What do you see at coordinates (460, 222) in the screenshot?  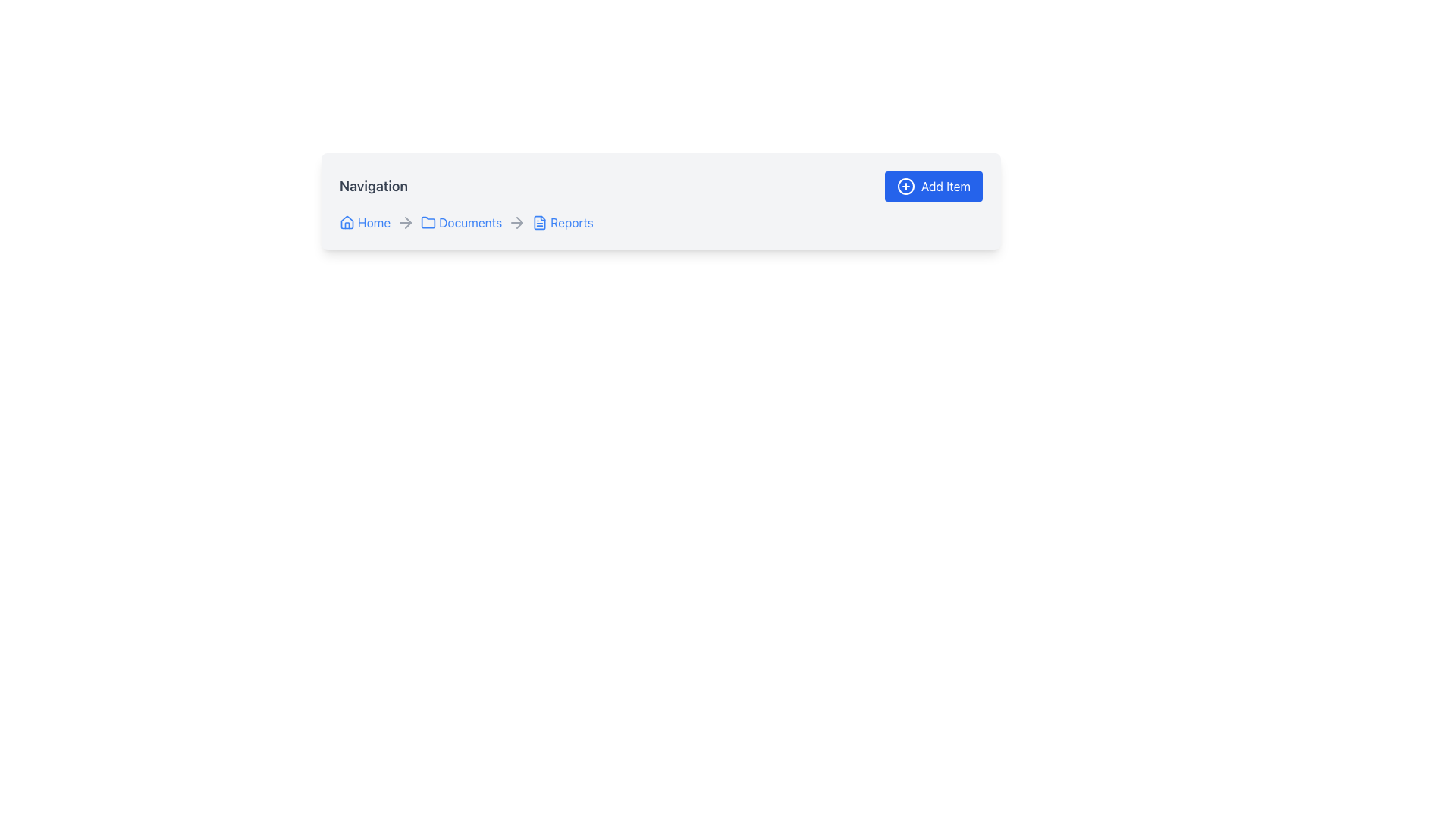 I see `the 'Documents' hyperlink, which is the second item in the breadcrumb navigation between 'Home' and 'Reports', to trigger the underline effect` at bounding box center [460, 222].